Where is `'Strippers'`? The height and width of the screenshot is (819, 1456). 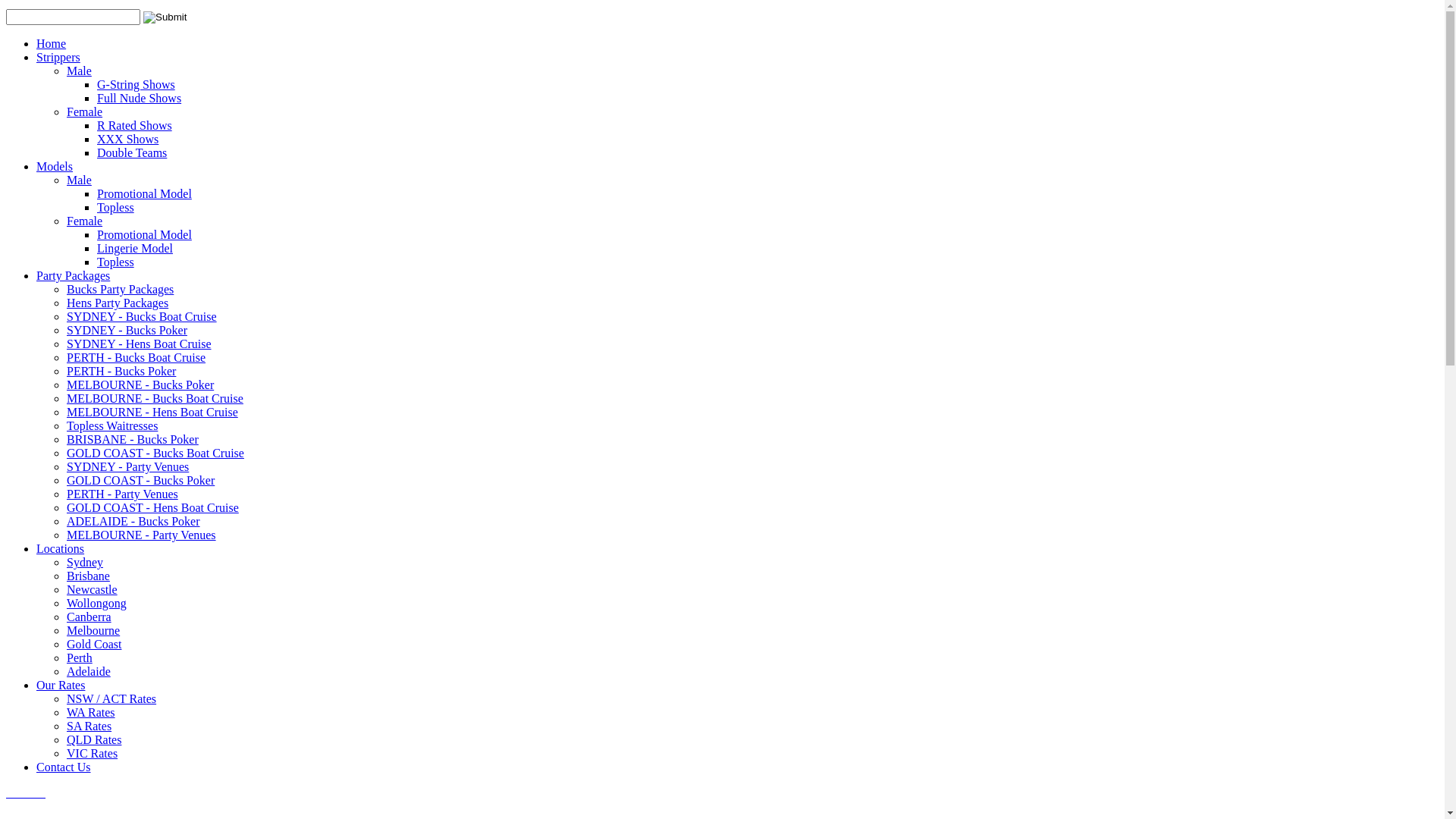
'Strippers' is located at coordinates (58, 56).